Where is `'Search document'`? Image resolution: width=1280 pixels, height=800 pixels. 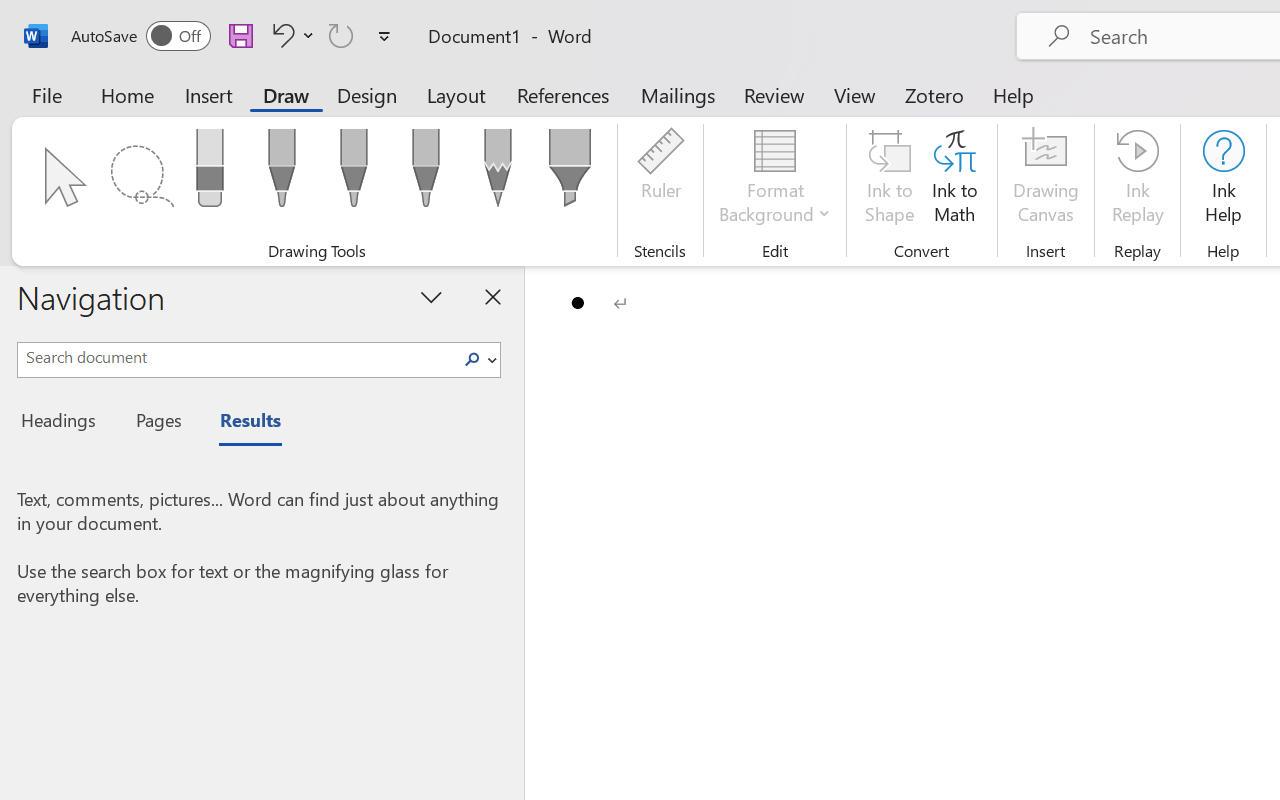
'Search document' is located at coordinates (237, 357).